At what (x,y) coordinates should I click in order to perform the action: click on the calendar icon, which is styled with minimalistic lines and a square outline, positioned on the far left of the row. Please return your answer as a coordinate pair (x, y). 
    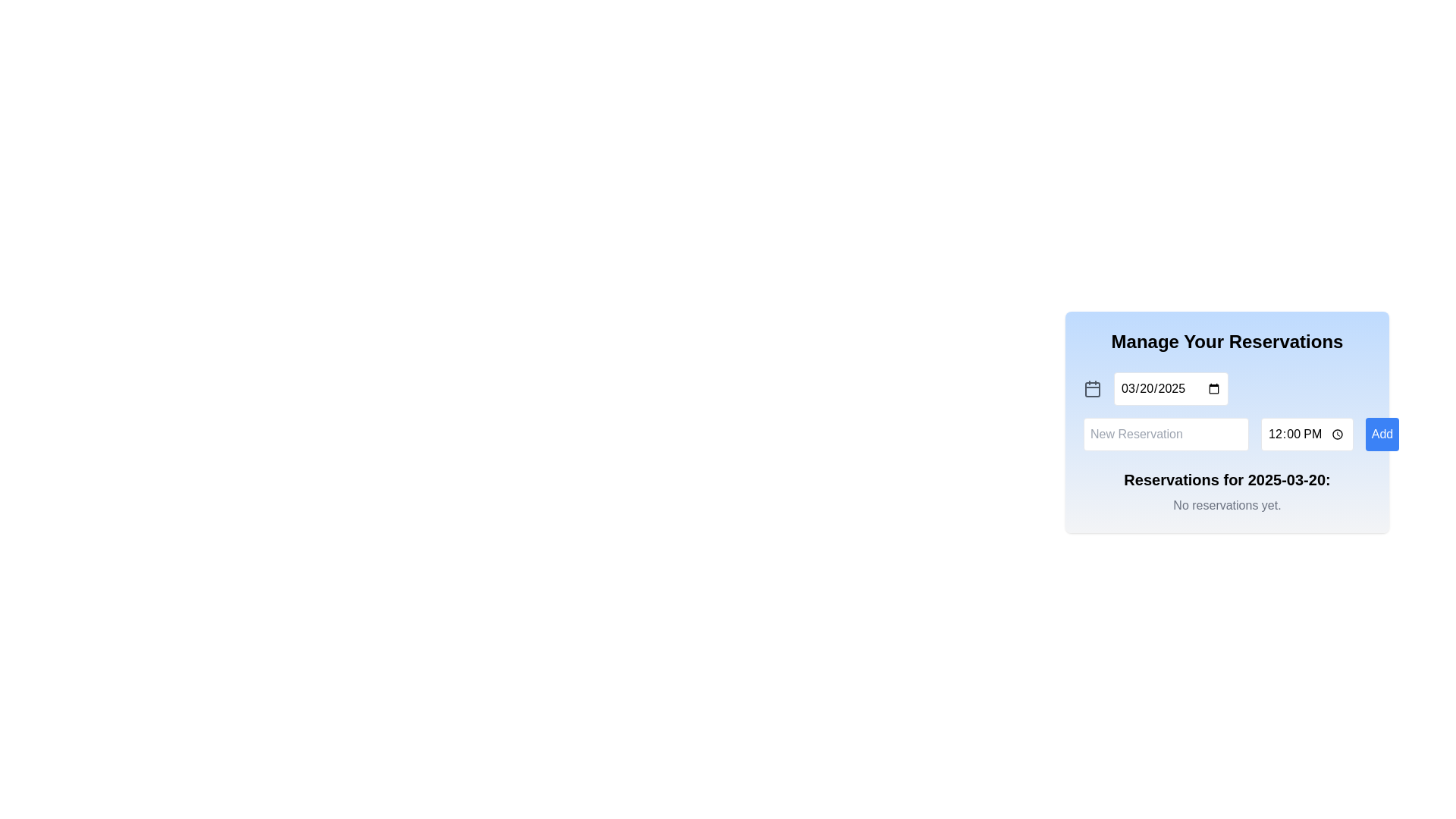
    Looking at the image, I should click on (1092, 388).